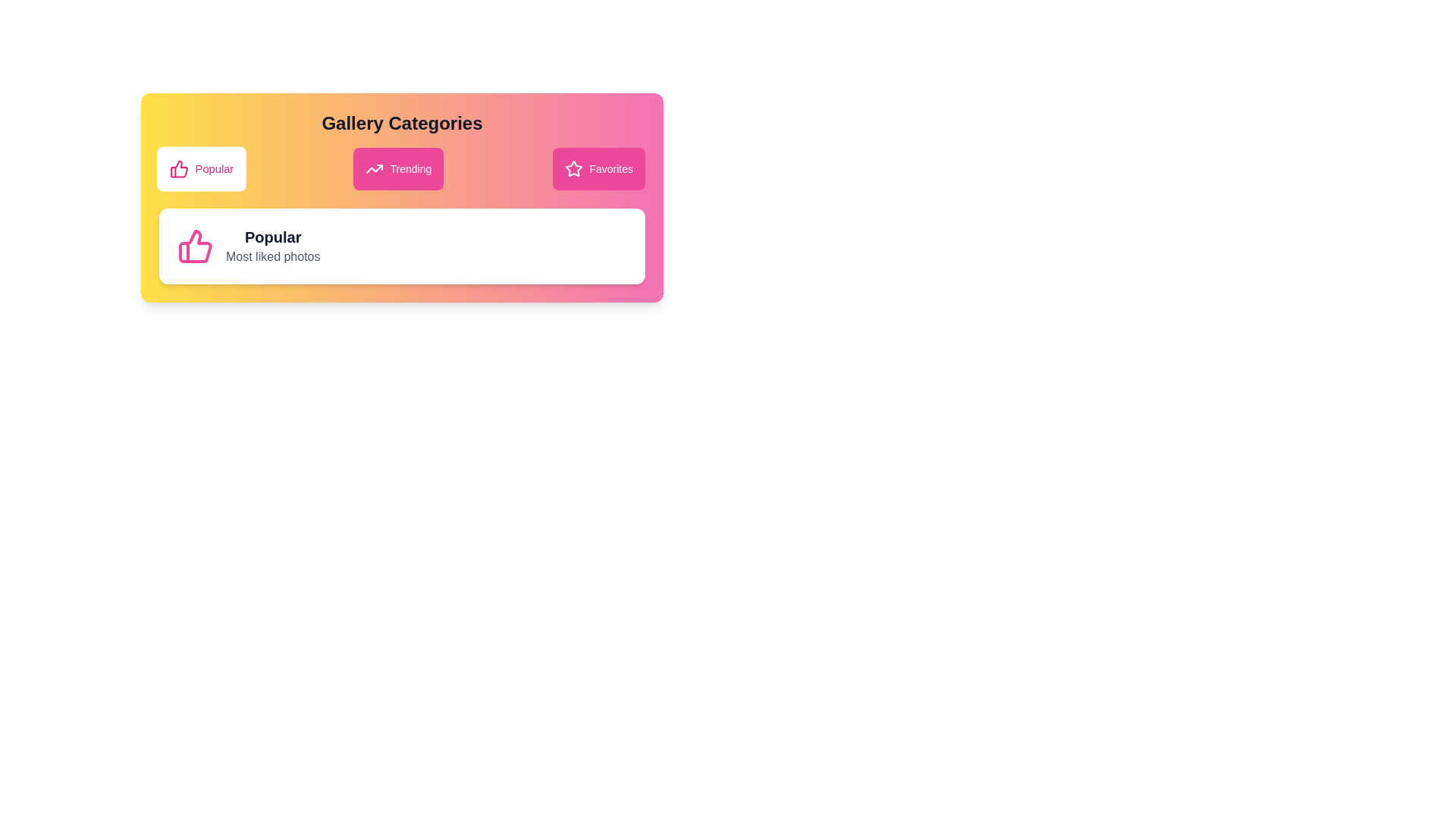 Image resolution: width=1456 pixels, height=819 pixels. What do you see at coordinates (598, 169) in the screenshot?
I see `the 'Favorites' button, which is the third button in the sequence under the 'Gallery Categories' header` at bounding box center [598, 169].